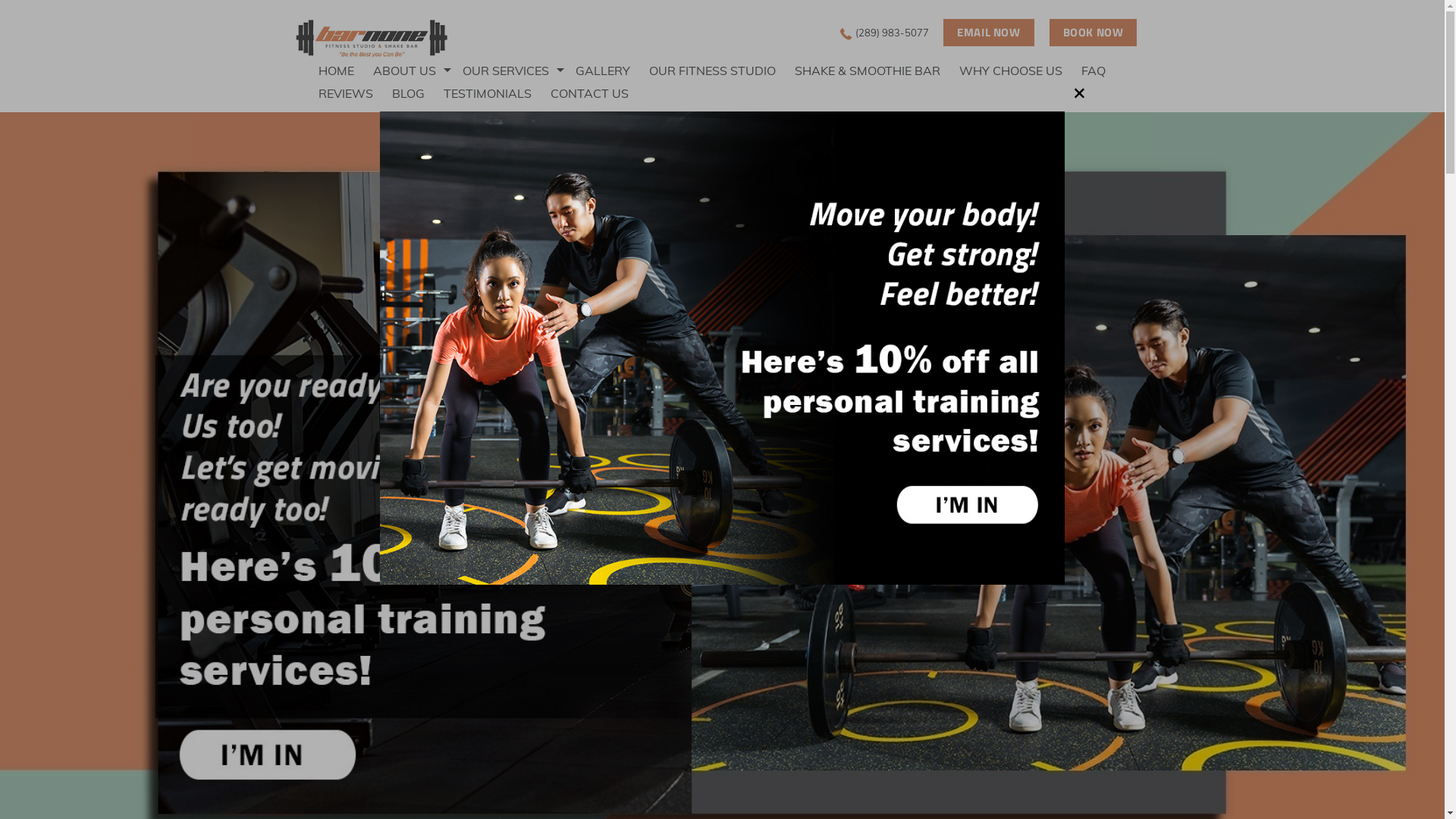 The image size is (1456, 819). Describe the element at coordinates (354, 93) in the screenshot. I see `'REVIEWS'` at that location.